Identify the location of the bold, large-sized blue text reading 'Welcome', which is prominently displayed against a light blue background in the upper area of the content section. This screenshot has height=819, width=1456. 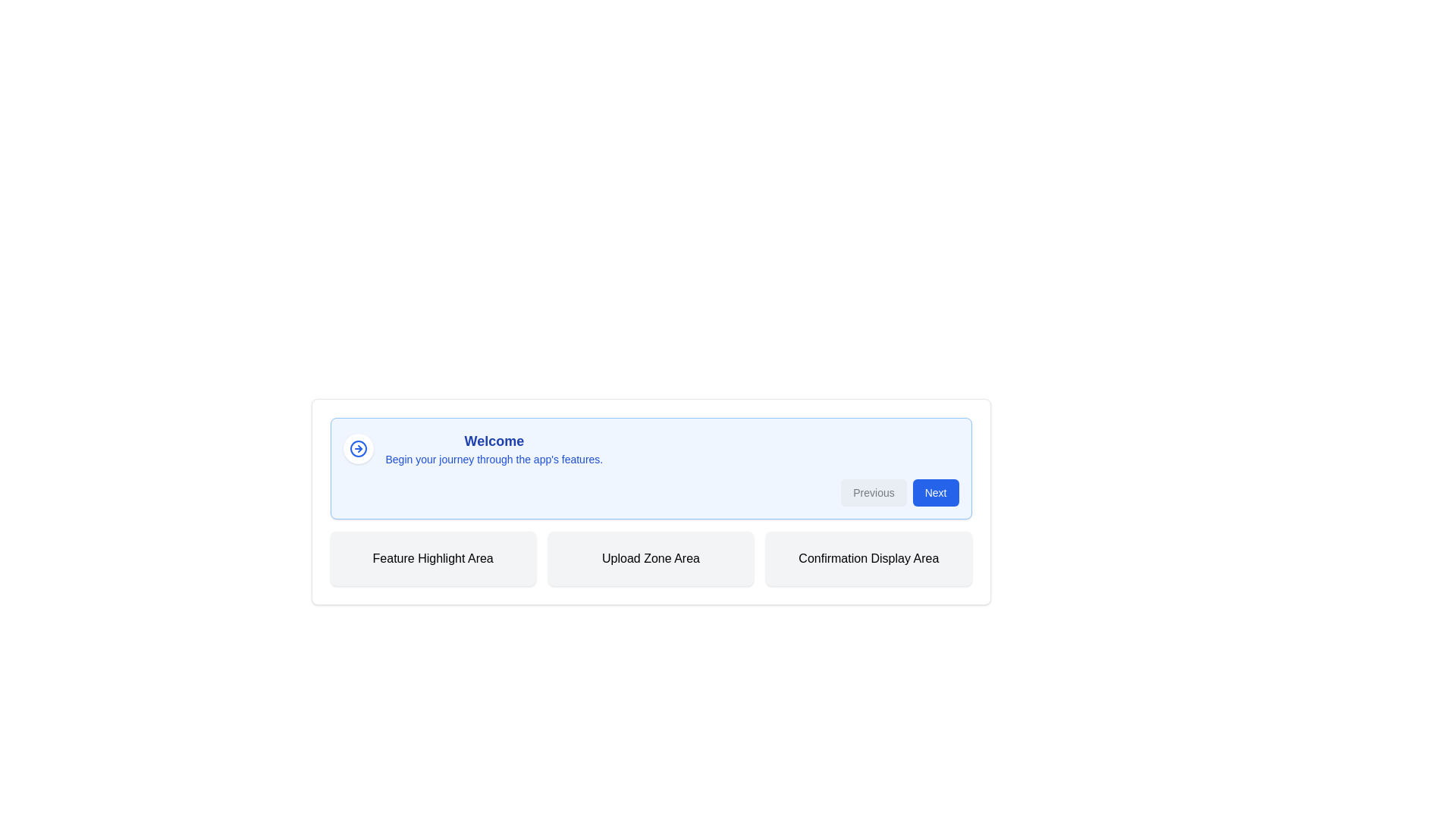
(494, 441).